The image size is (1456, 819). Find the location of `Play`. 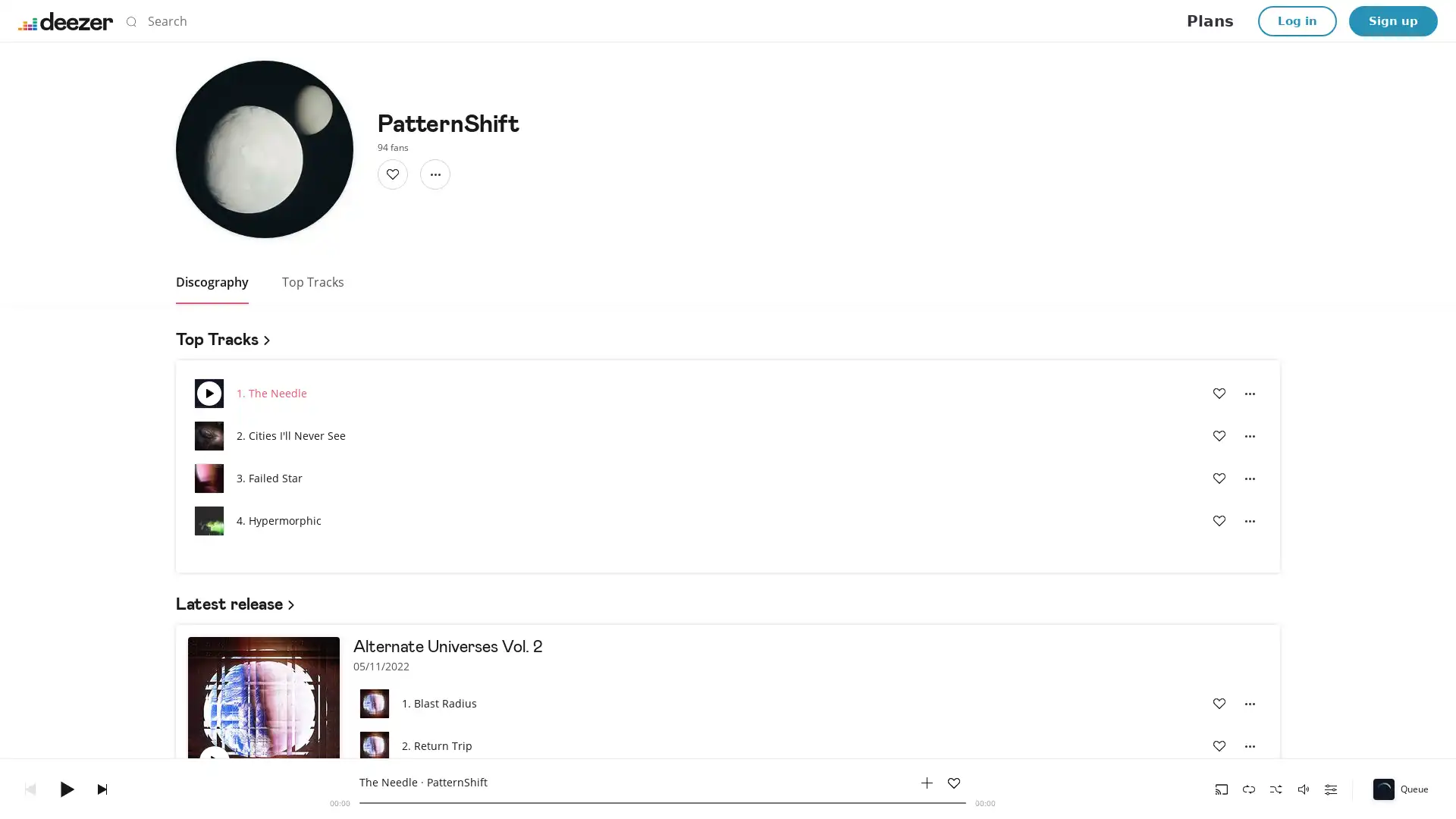

Play is located at coordinates (214, 761).